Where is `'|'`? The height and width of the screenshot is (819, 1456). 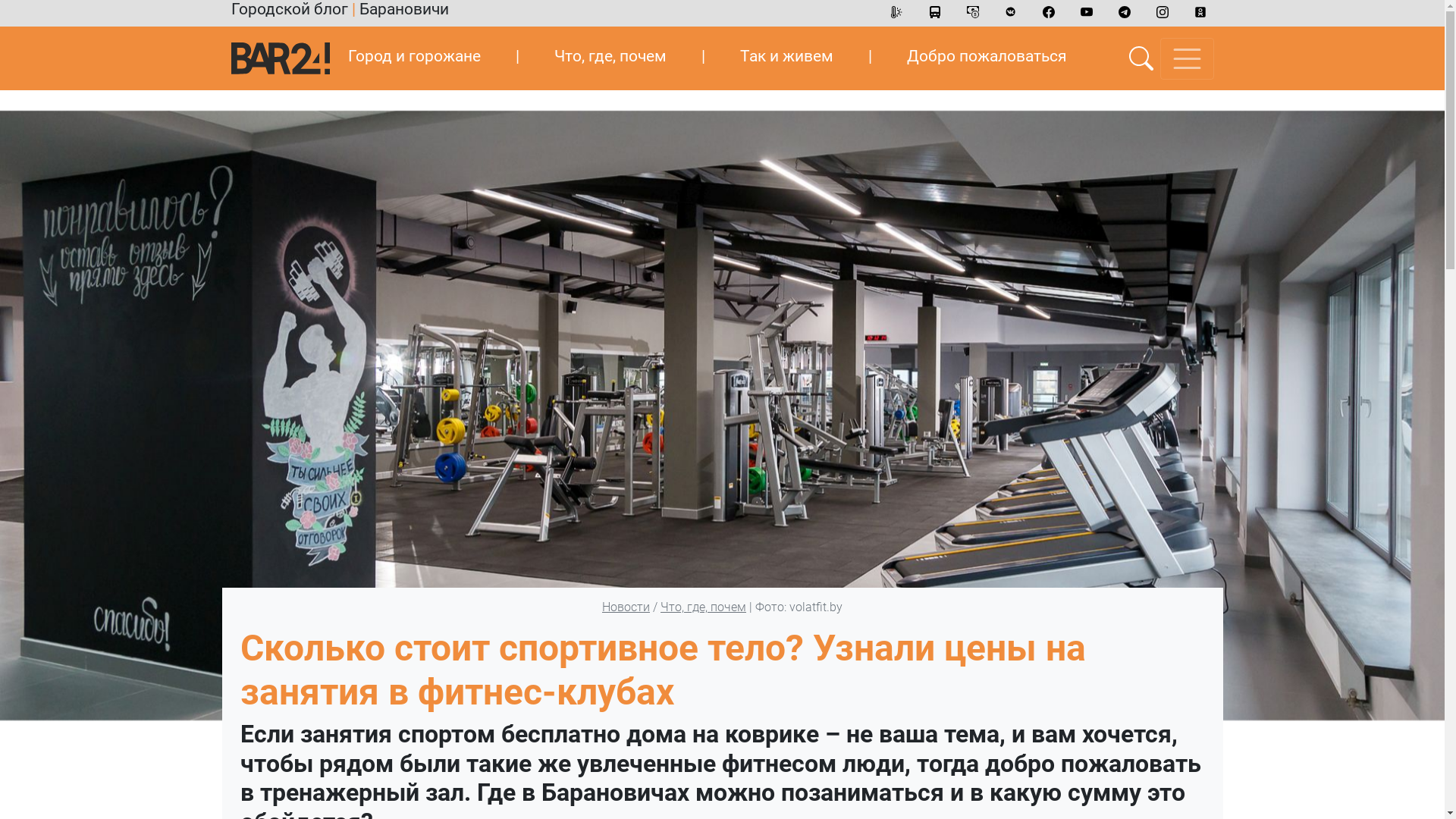 '|' is located at coordinates (702, 55).